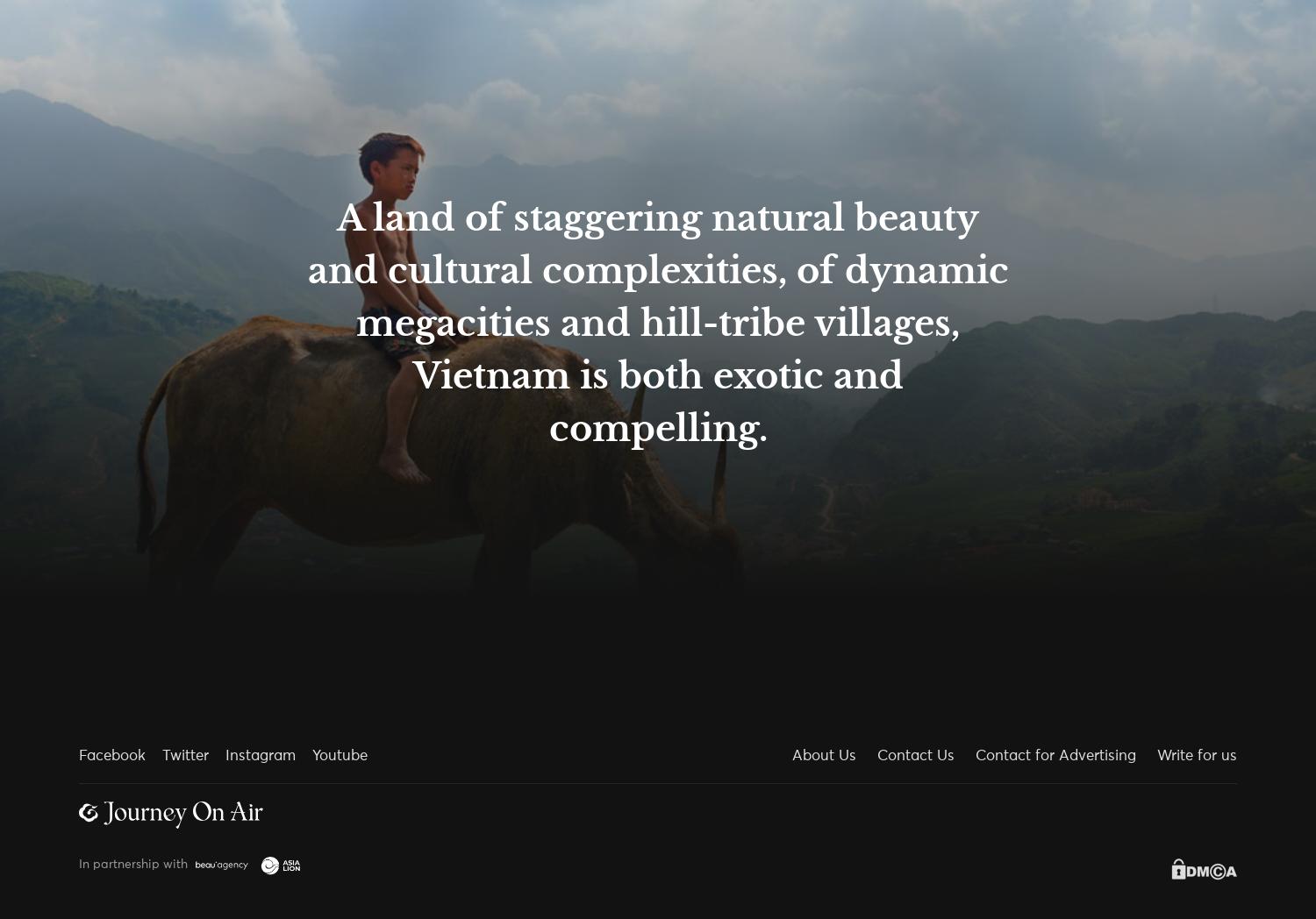 The image size is (1316, 919). I want to click on 'Contact Us', so click(916, 756).